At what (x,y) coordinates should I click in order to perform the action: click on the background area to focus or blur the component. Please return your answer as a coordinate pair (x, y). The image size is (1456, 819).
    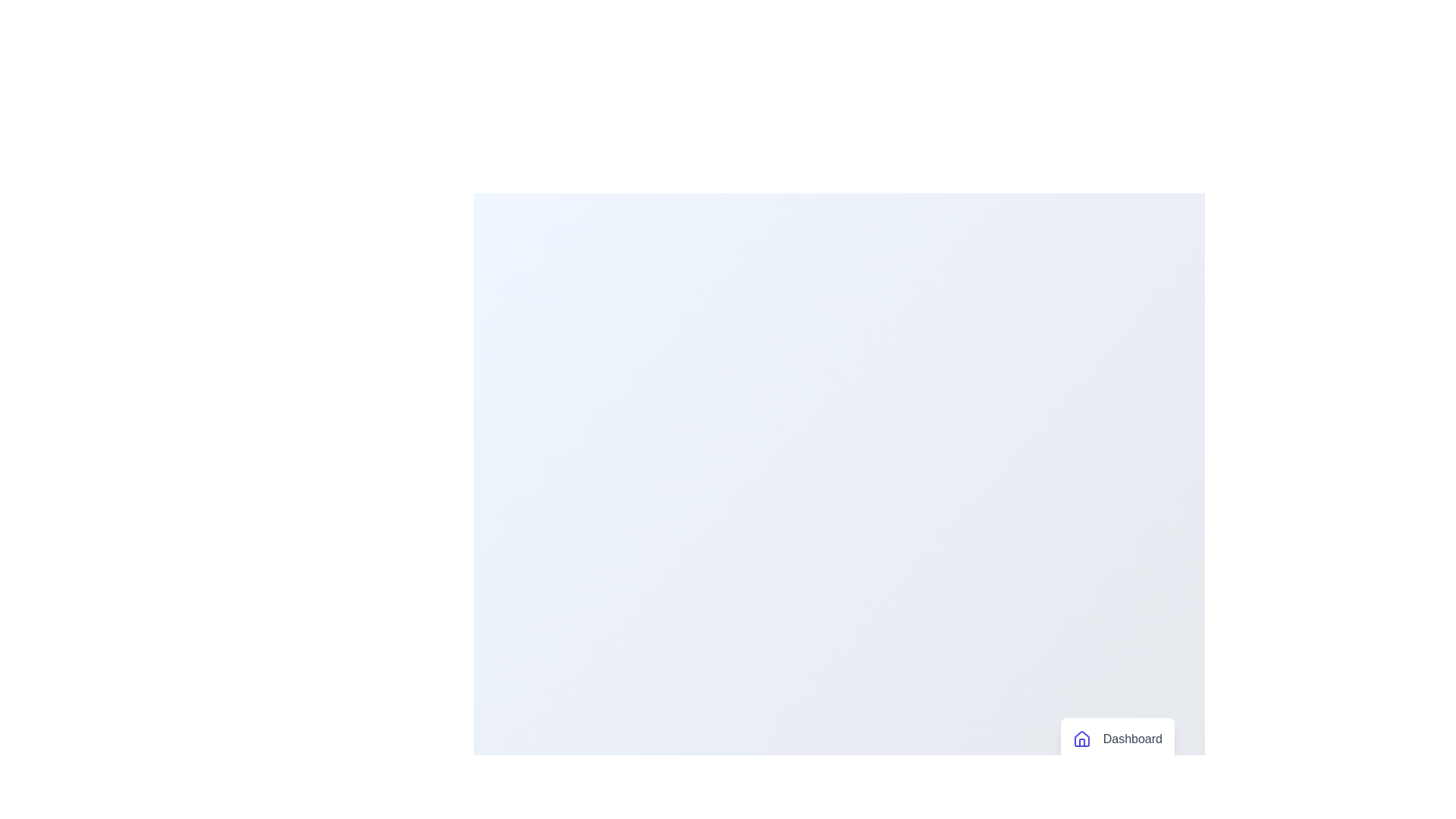
    Looking at the image, I should click on (607, 227).